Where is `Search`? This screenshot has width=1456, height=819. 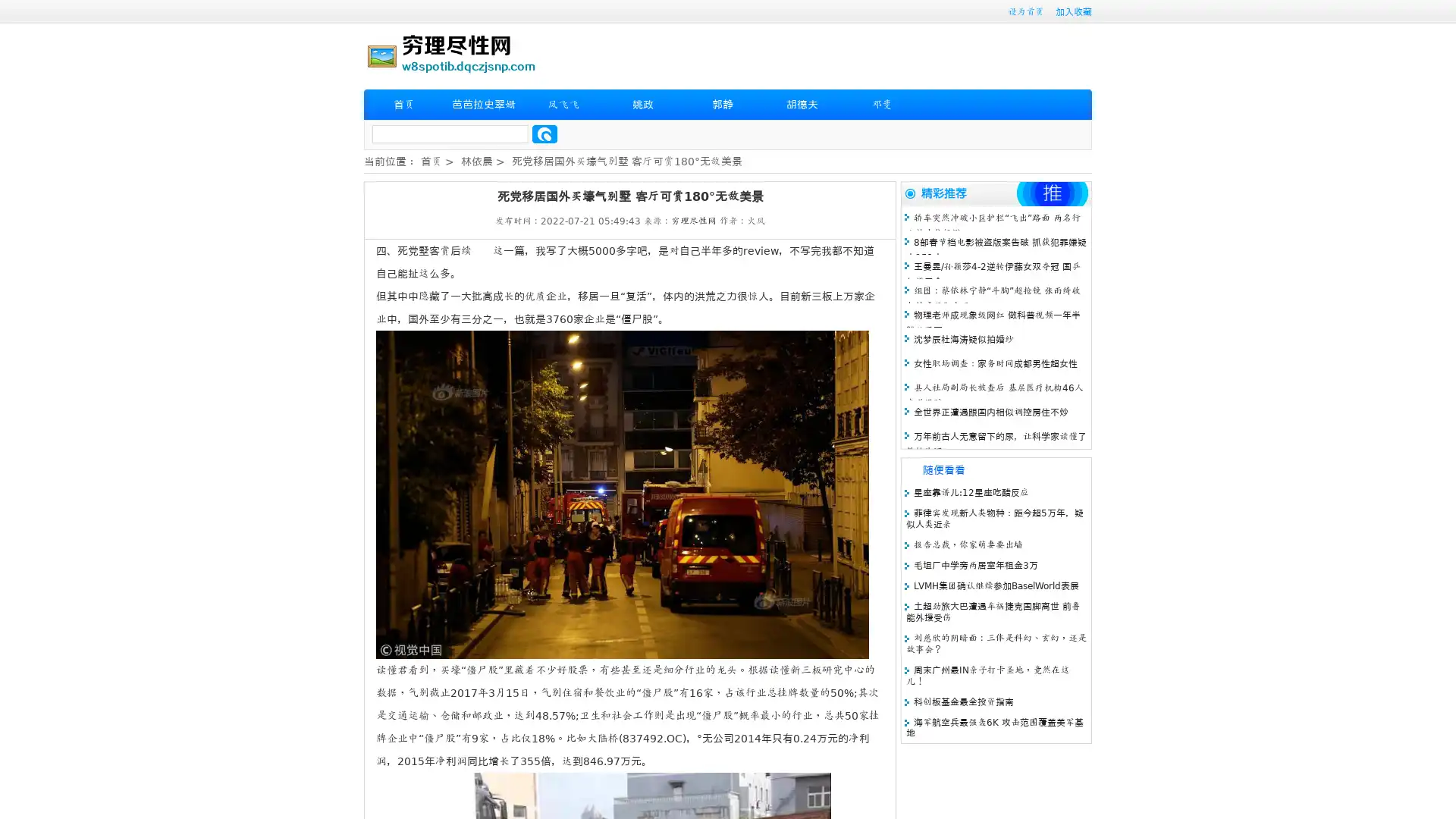
Search is located at coordinates (544, 133).